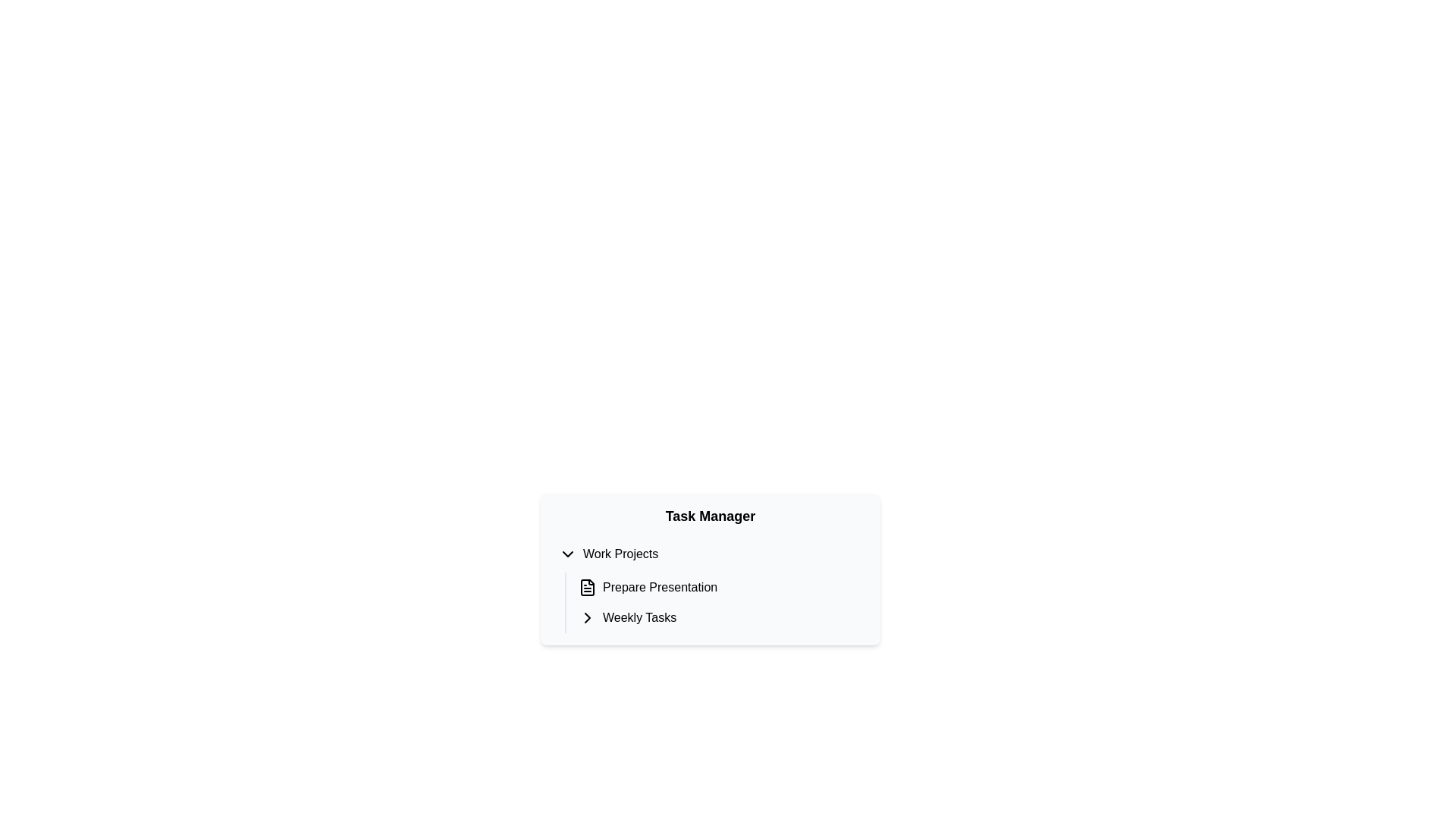 This screenshot has width=1456, height=819. What do you see at coordinates (639, 617) in the screenshot?
I see `the text label or category title representing a task group under the 'Work Projects' category, specifically the second item in the list` at bounding box center [639, 617].